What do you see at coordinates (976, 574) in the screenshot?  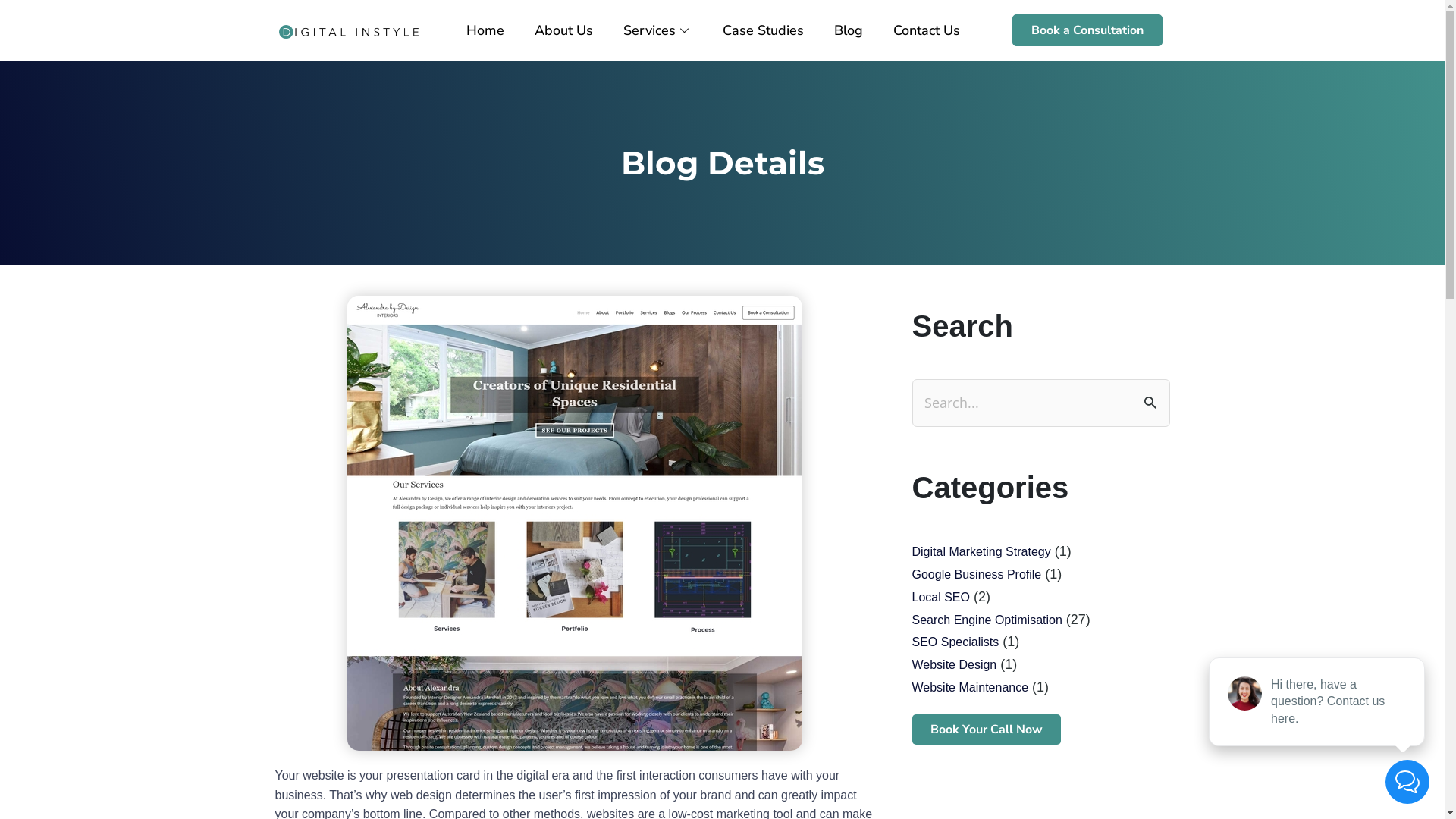 I see `'Google Business Profile'` at bounding box center [976, 574].